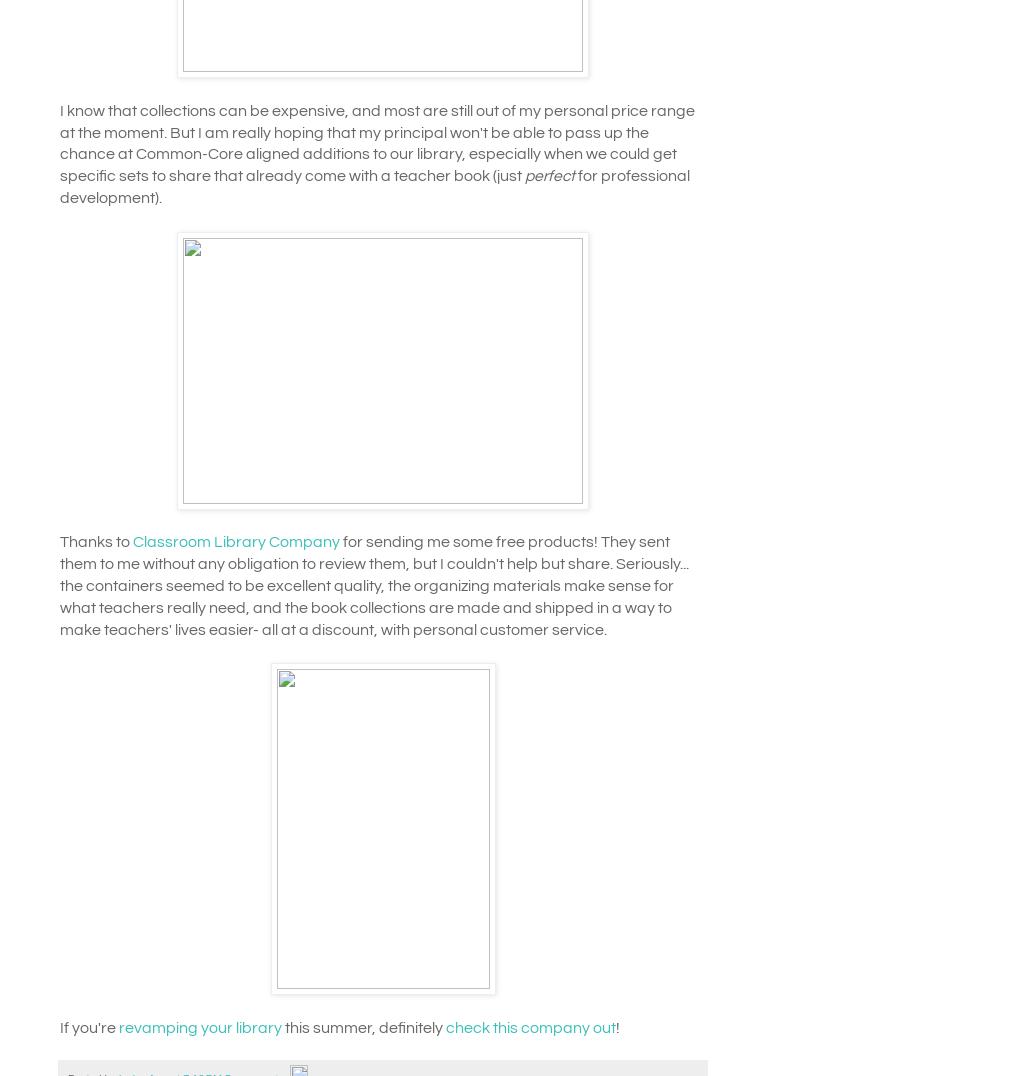 The width and height of the screenshot is (1028, 1076). What do you see at coordinates (118, 1026) in the screenshot?
I see `'revamping your library'` at bounding box center [118, 1026].